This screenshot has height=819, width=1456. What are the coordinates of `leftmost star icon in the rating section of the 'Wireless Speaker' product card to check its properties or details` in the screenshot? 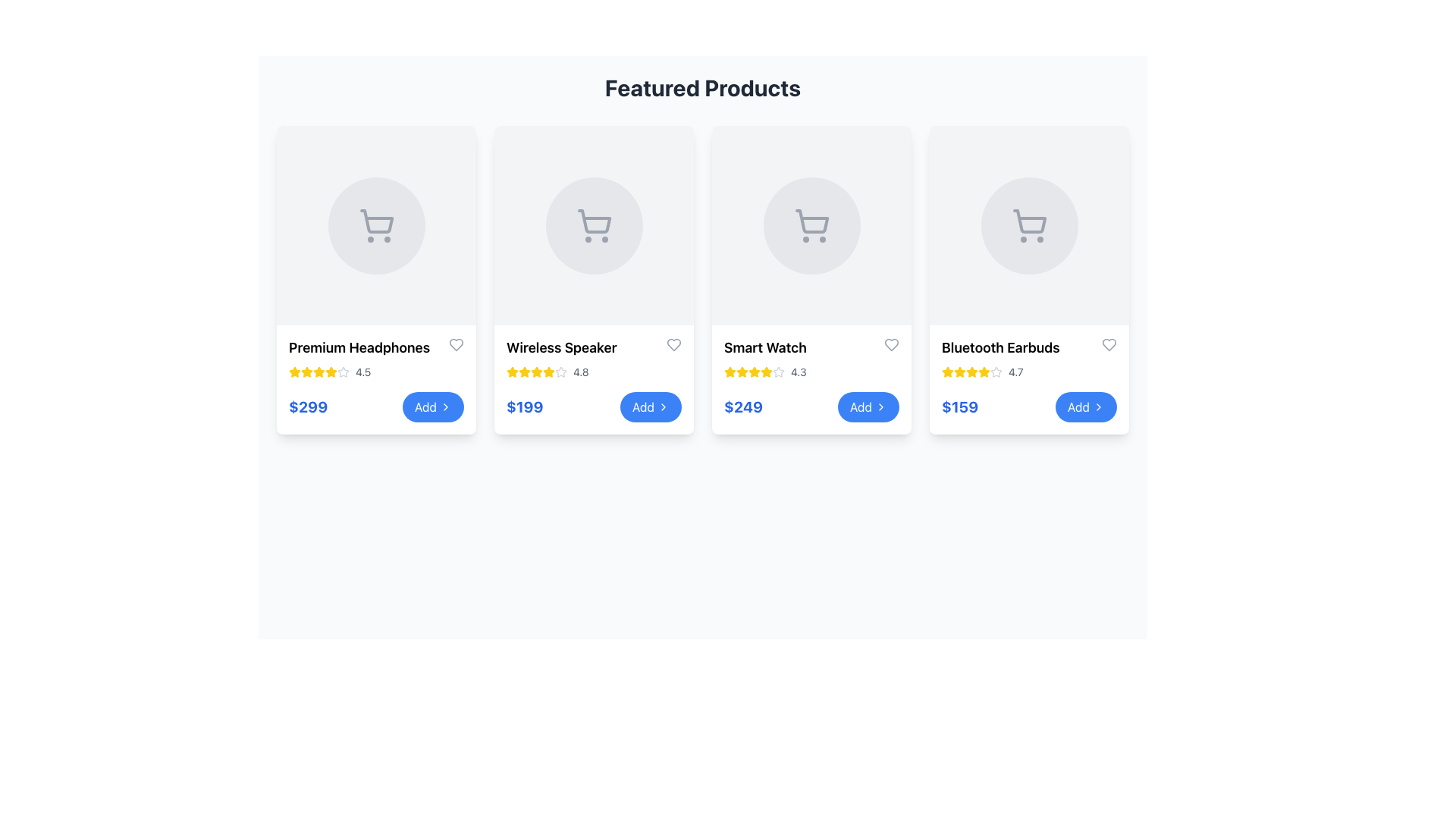 It's located at (513, 372).